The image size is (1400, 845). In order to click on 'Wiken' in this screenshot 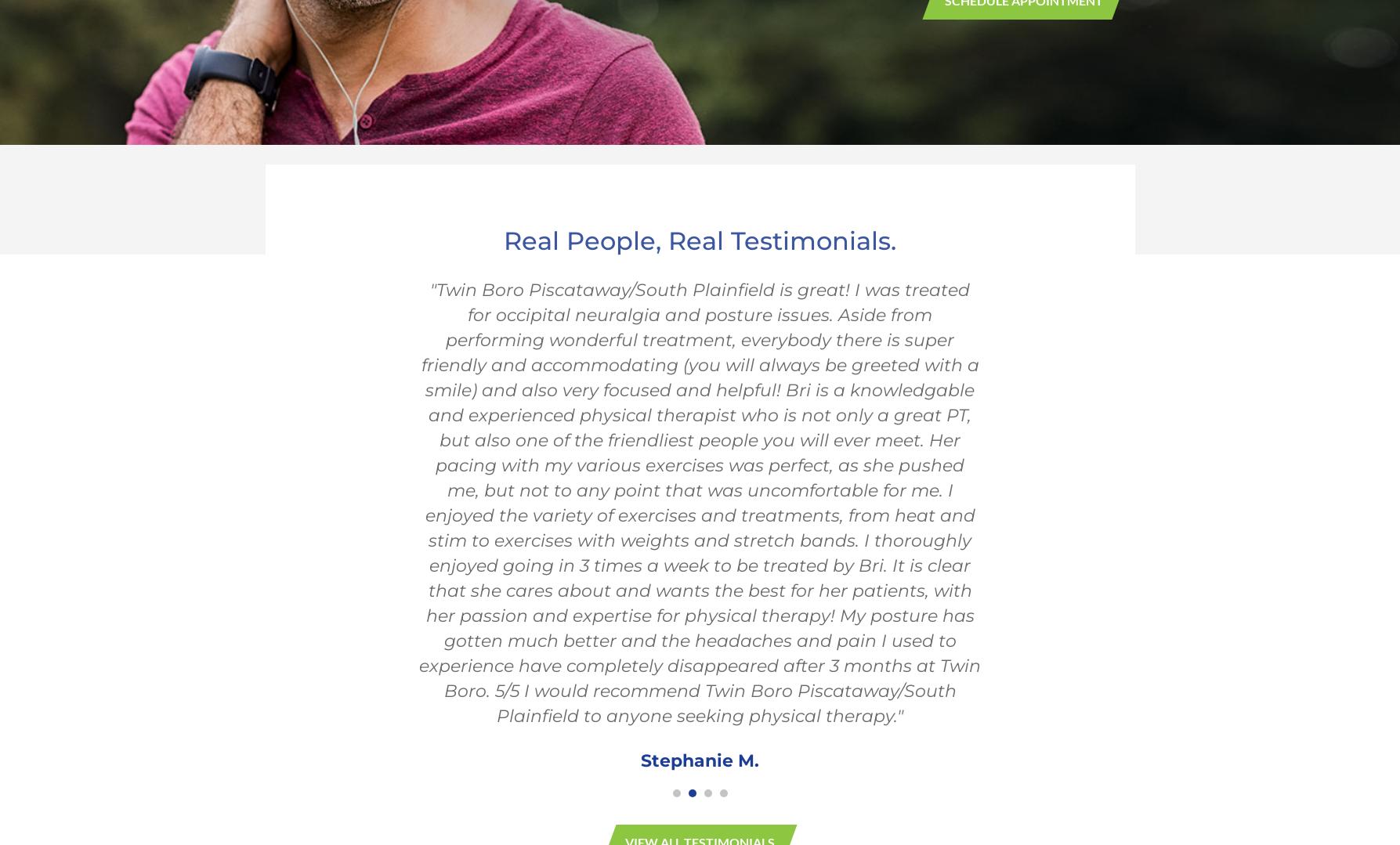, I will do `click(670, 433)`.